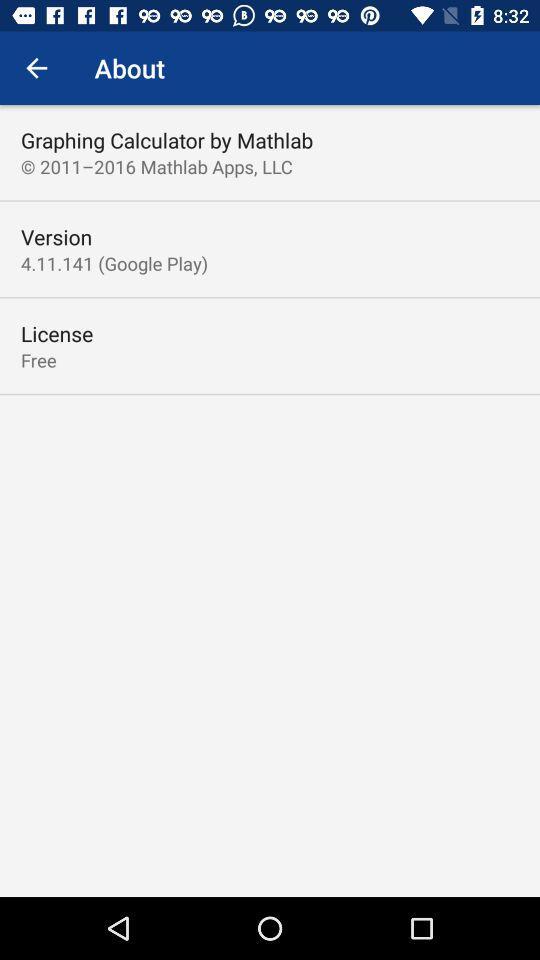  What do you see at coordinates (166, 139) in the screenshot?
I see `graphing calculator by item` at bounding box center [166, 139].